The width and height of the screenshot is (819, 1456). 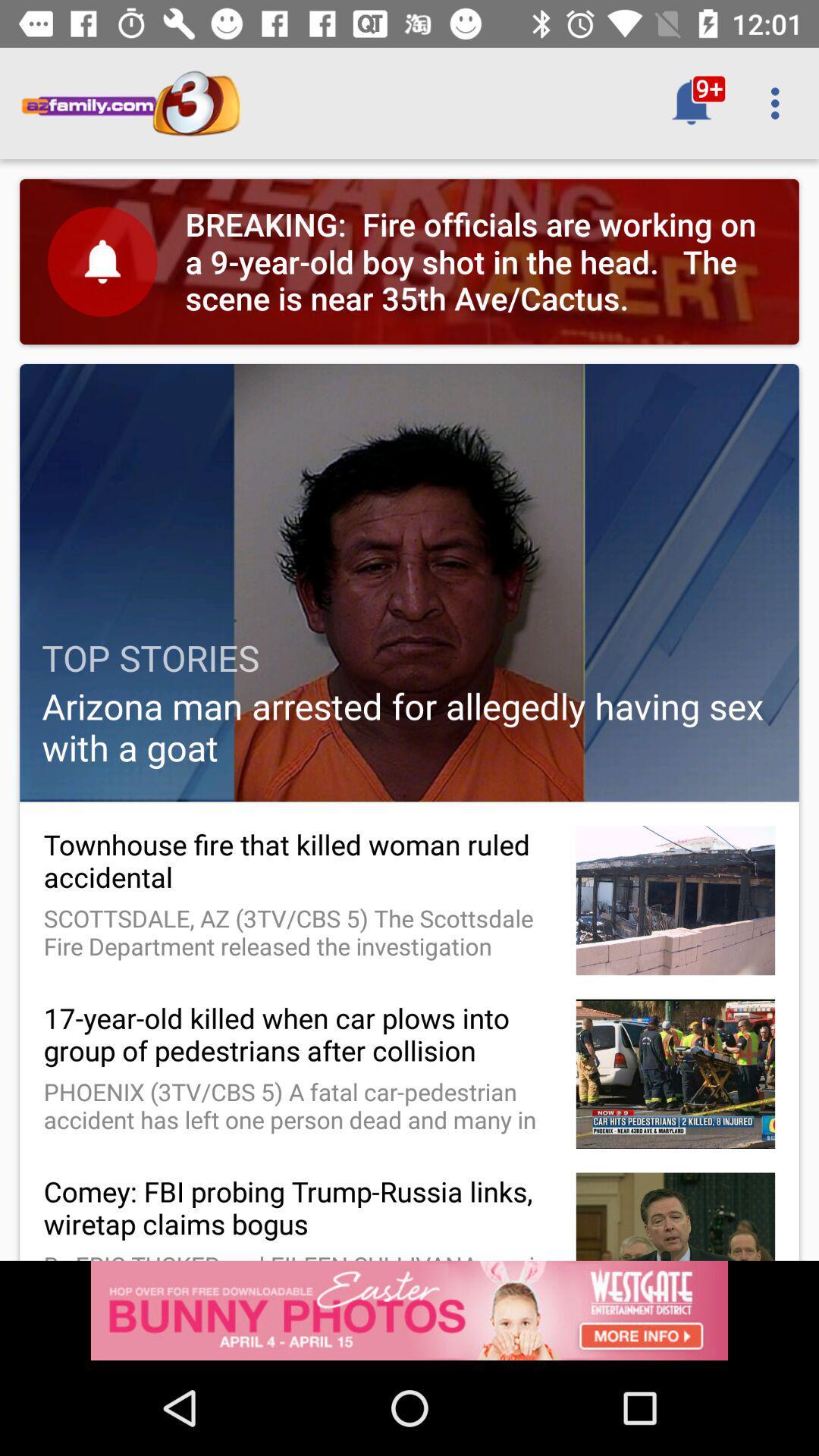 I want to click on the first frame in the azfamilycom, so click(x=409, y=262).